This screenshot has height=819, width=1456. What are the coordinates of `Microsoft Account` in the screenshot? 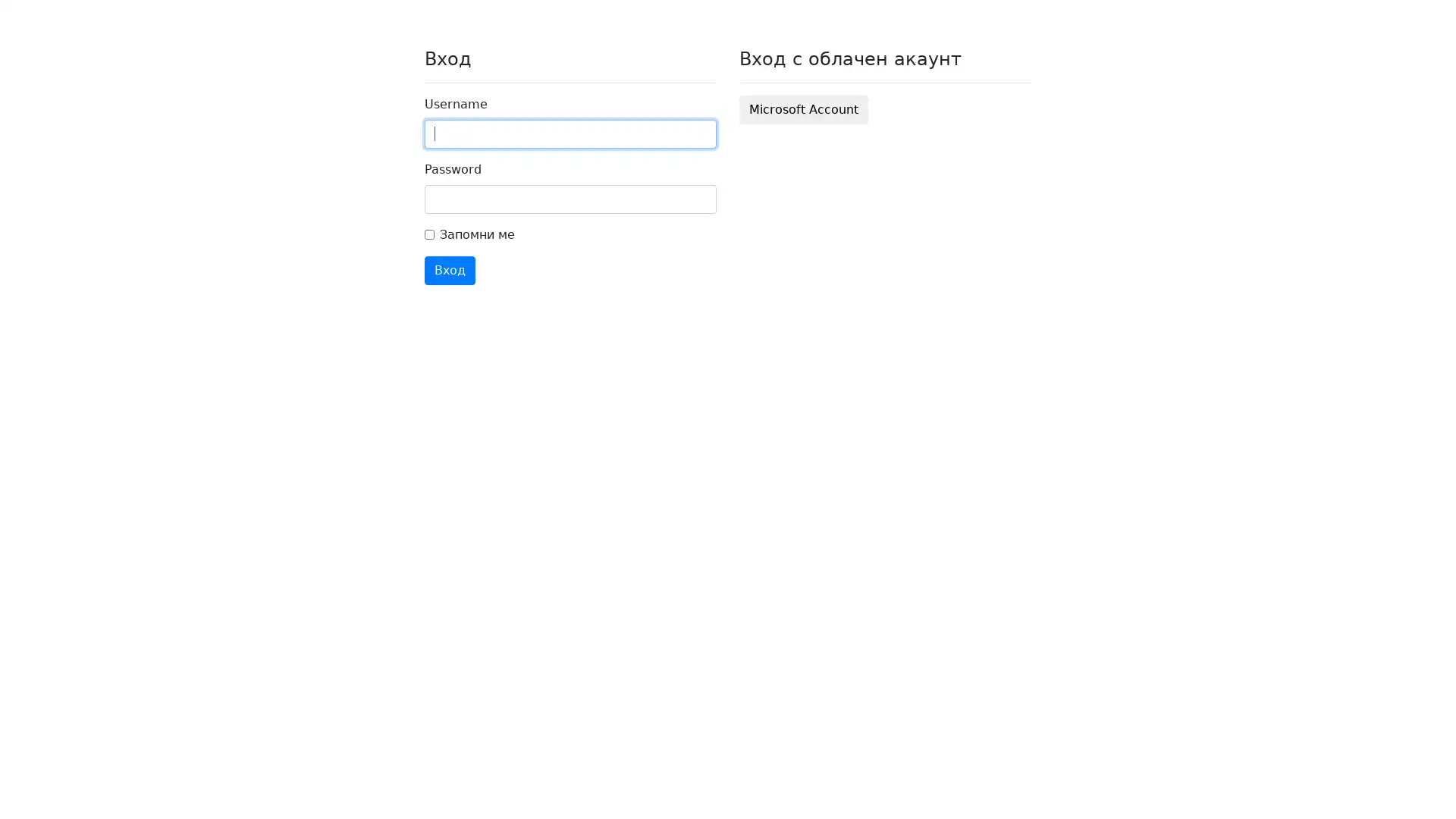 It's located at (803, 108).